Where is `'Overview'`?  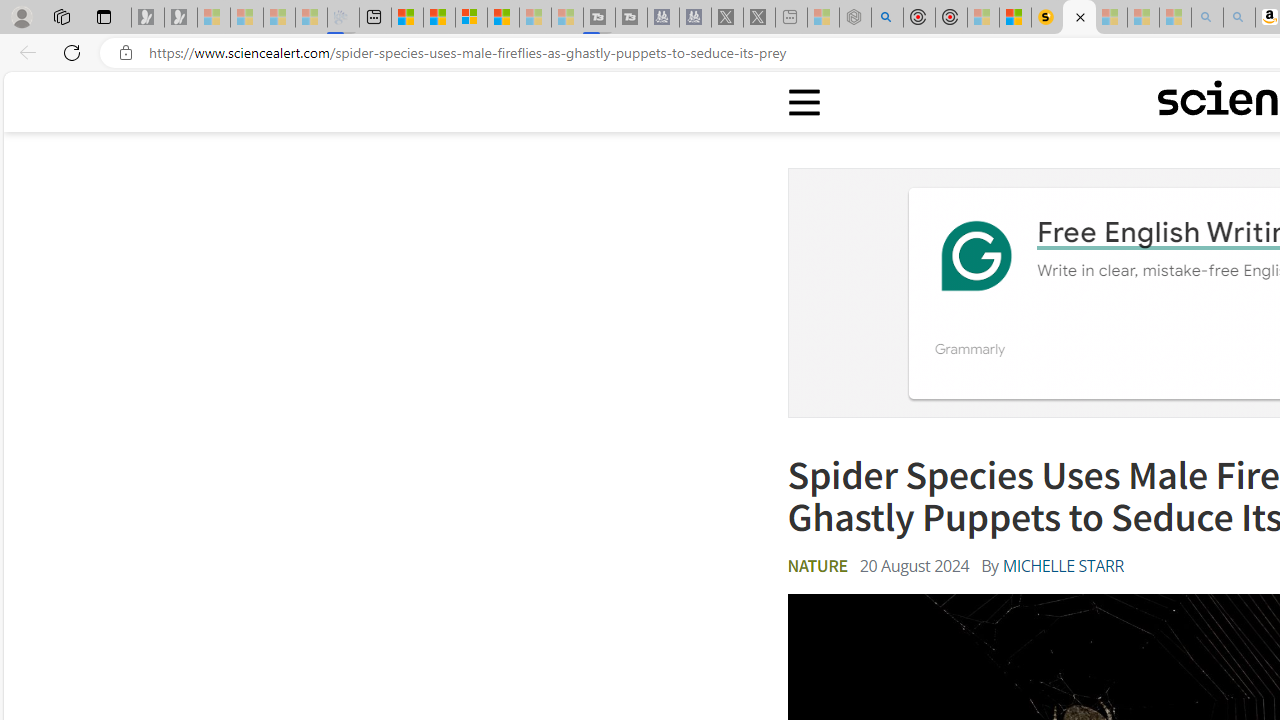
'Overview' is located at coordinates (470, 17).